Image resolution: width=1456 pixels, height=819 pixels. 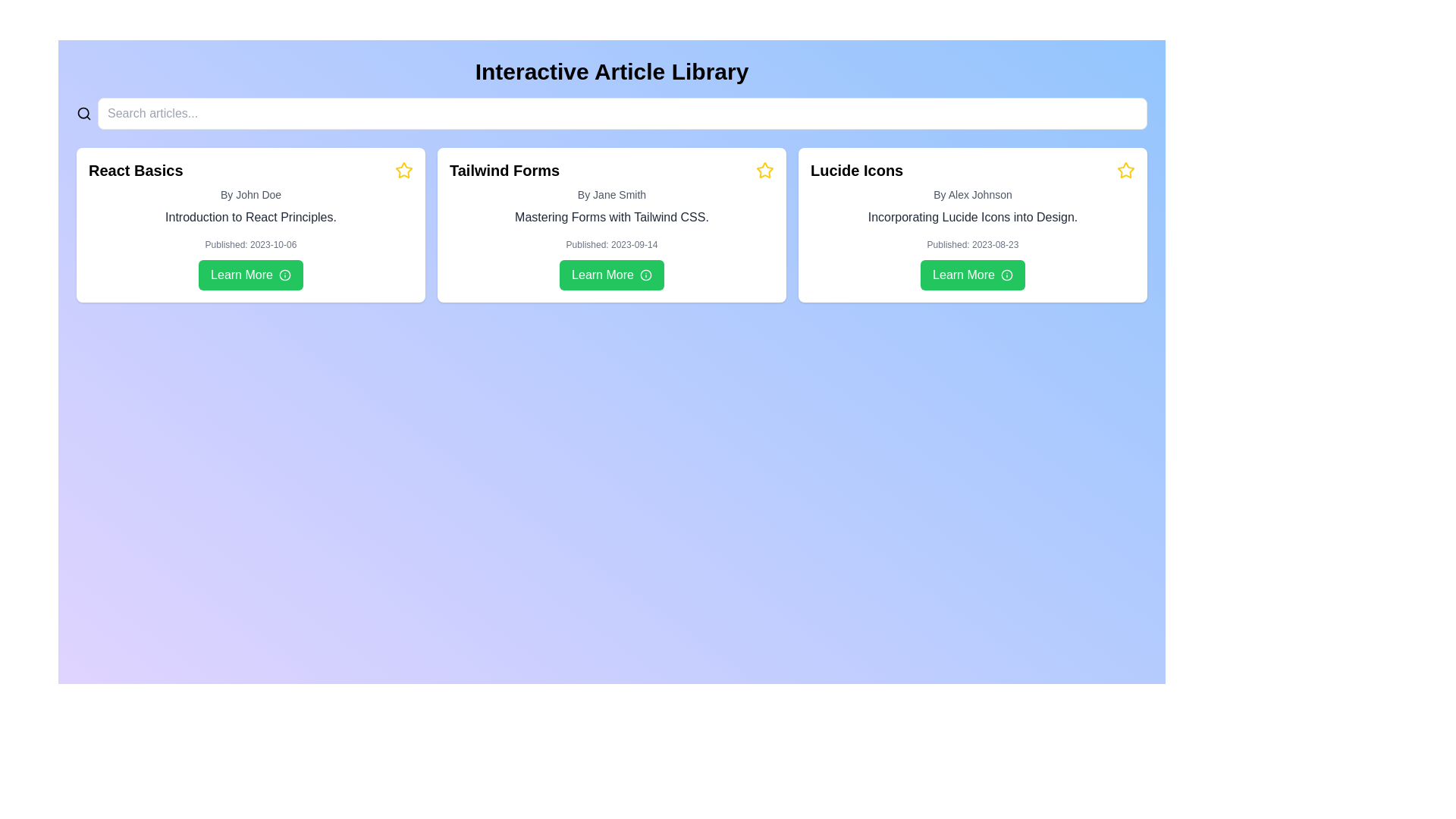 I want to click on the Star Icon located at the upper-right corner of the 'Lucide Icons' card, so click(x=1125, y=170).